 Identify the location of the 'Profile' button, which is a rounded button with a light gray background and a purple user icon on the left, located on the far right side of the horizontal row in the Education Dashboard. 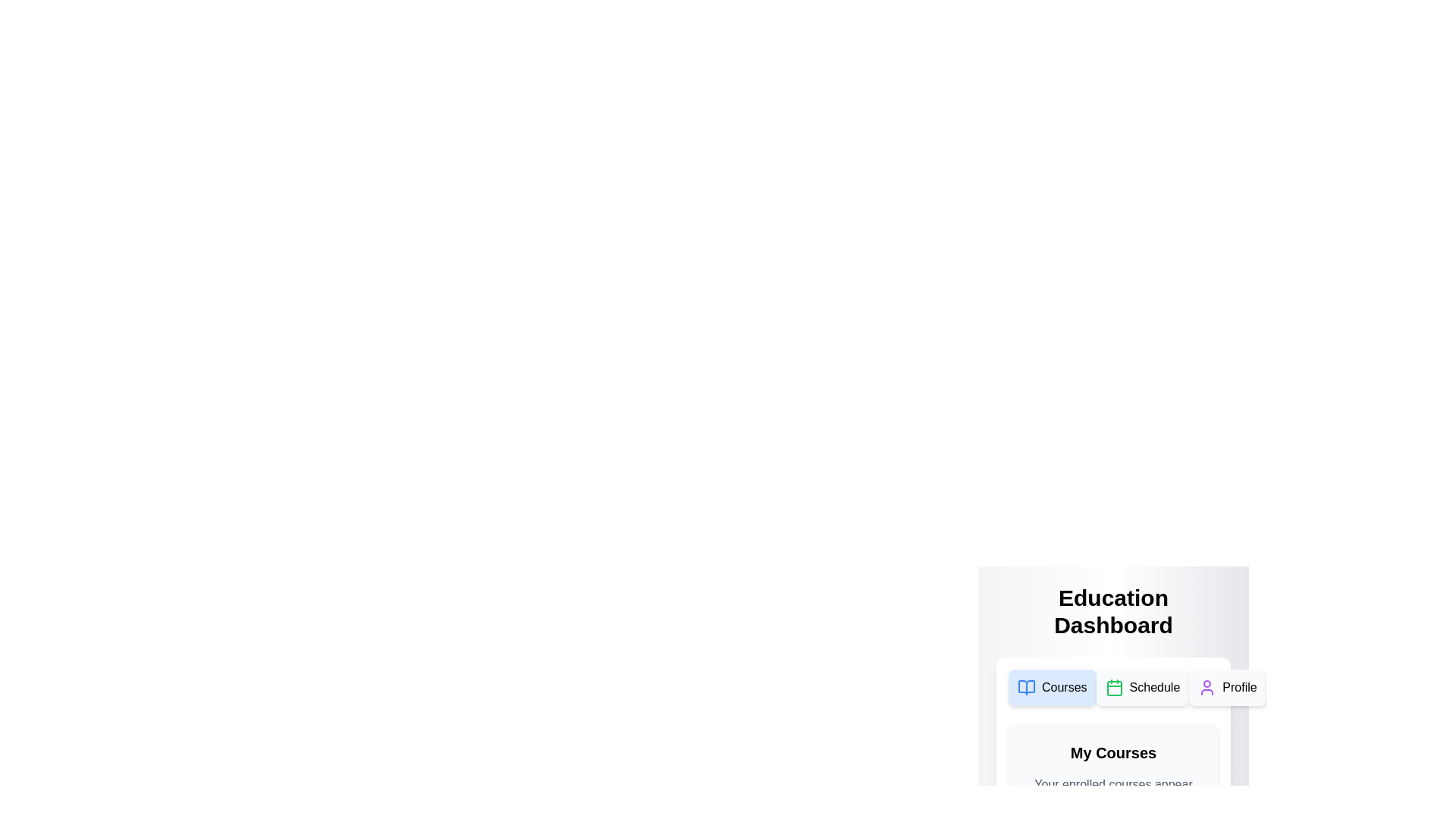
(1227, 687).